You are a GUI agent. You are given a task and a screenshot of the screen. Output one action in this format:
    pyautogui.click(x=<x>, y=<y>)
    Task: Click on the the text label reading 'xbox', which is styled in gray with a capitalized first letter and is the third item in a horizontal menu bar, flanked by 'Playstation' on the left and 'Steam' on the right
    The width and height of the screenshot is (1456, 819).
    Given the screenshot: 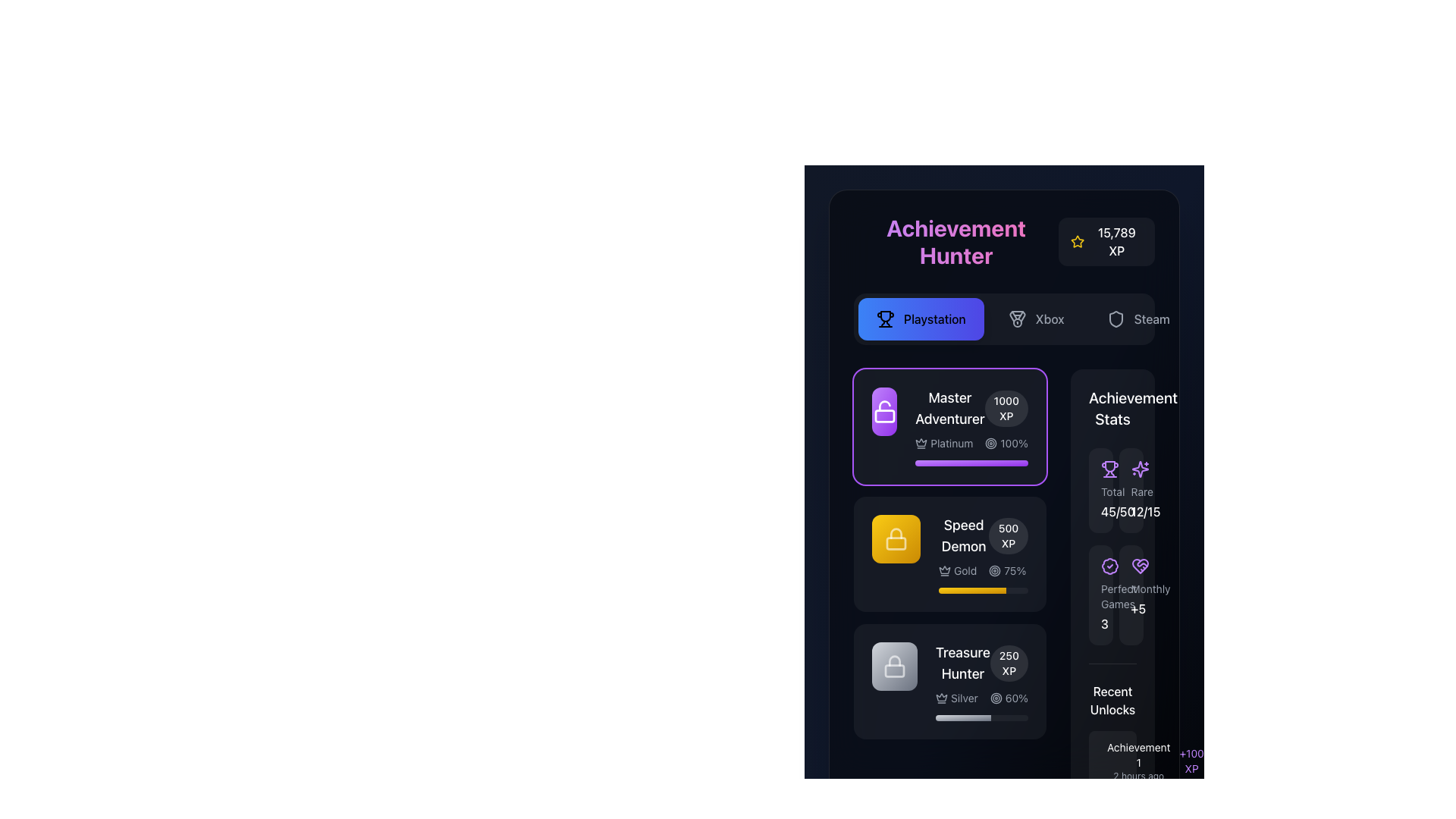 What is the action you would take?
    pyautogui.click(x=1049, y=318)
    